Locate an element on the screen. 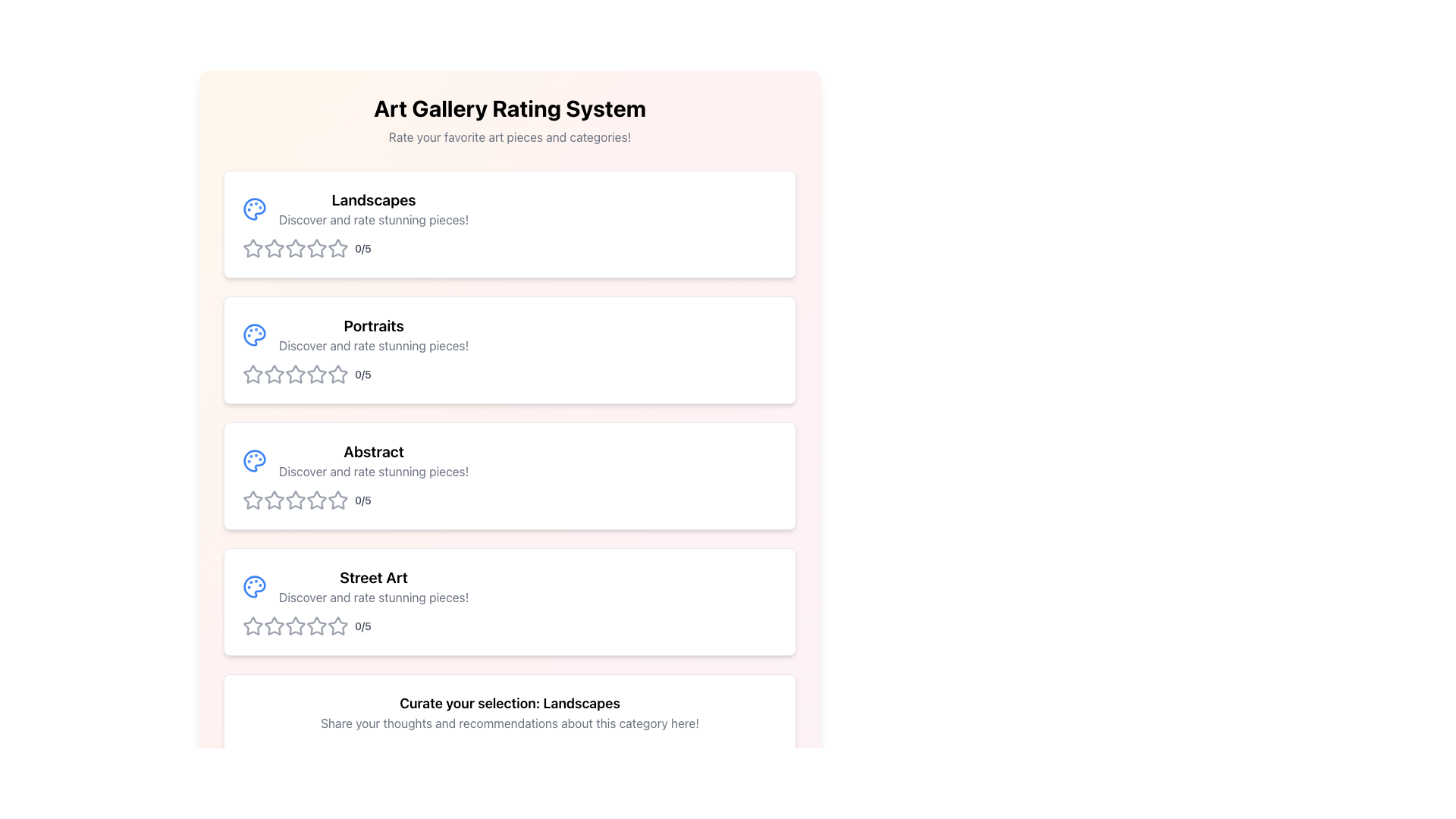 The width and height of the screenshot is (1456, 819). the fifth star-shaped rating icon to rate it in the 'Portraits' section, which is located to the right of the preceding stars and directly left of the text '0/5' is located at coordinates (337, 374).